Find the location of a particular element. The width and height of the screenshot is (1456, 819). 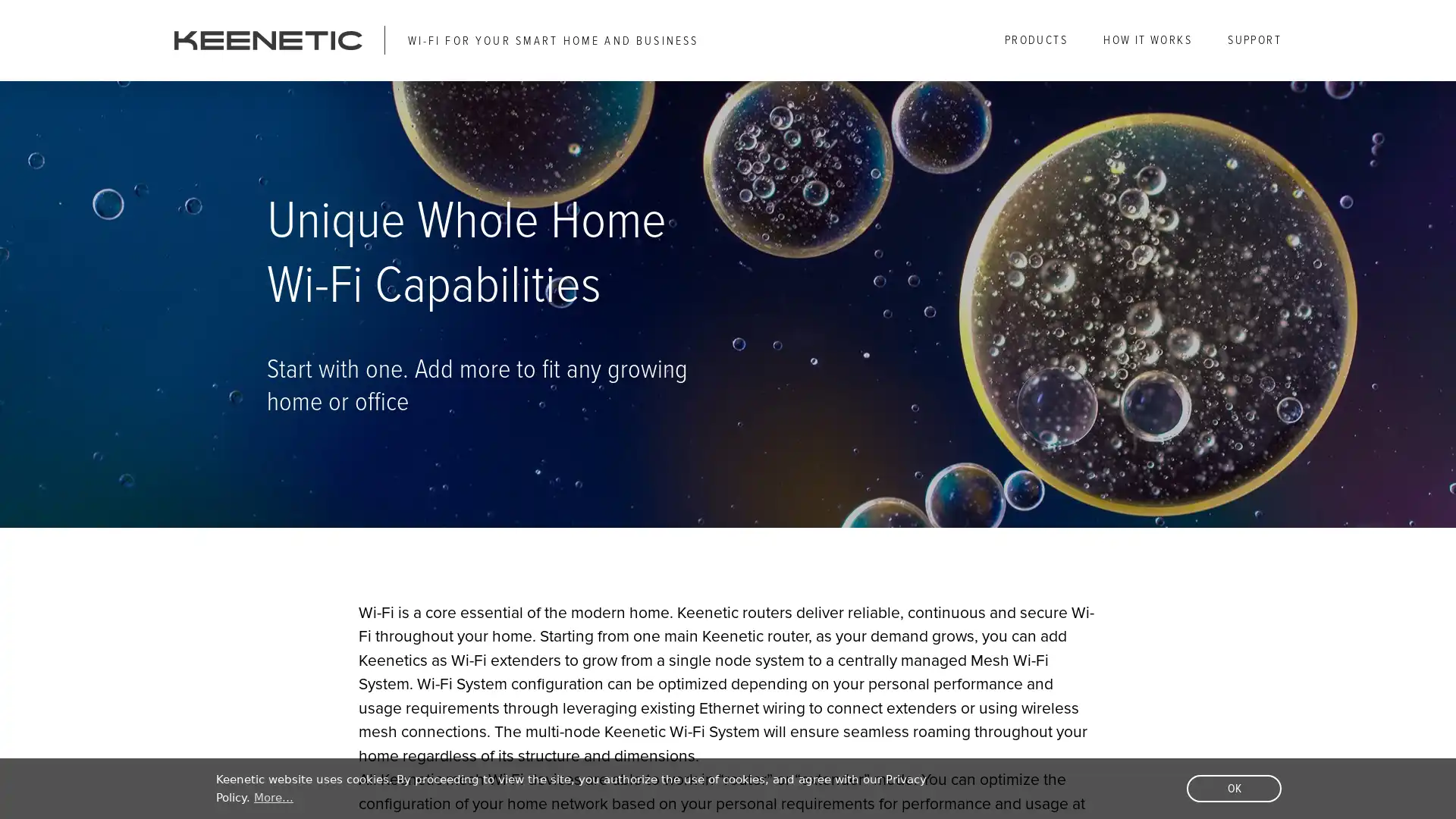

learn more about cookies is located at coordinates (273, 797).